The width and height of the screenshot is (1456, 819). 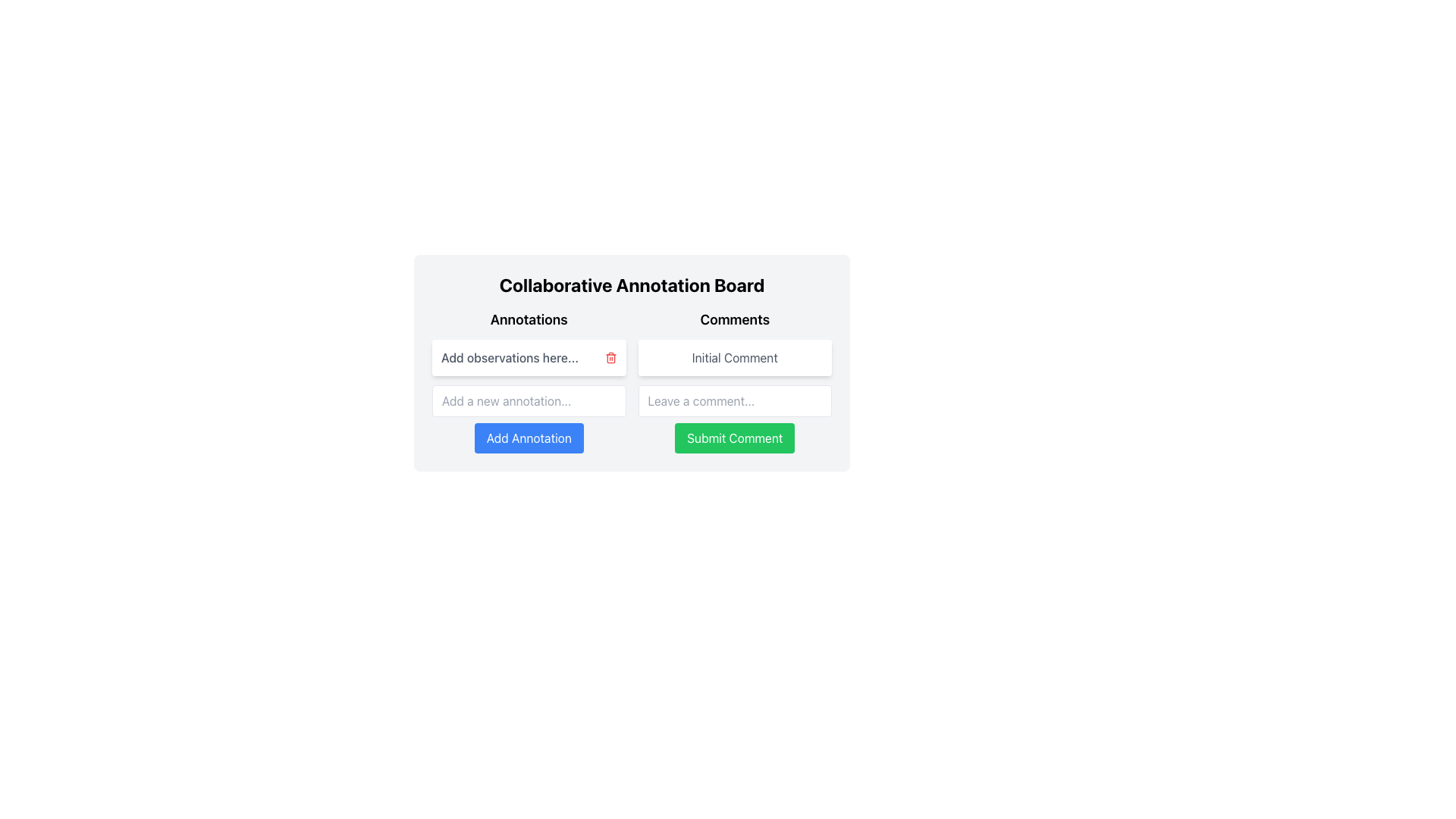 I want to click on the text input field for comments, which is styled with a light gray border and rounded corners, located under the 'Comments' section, so click(x=735, y=400).